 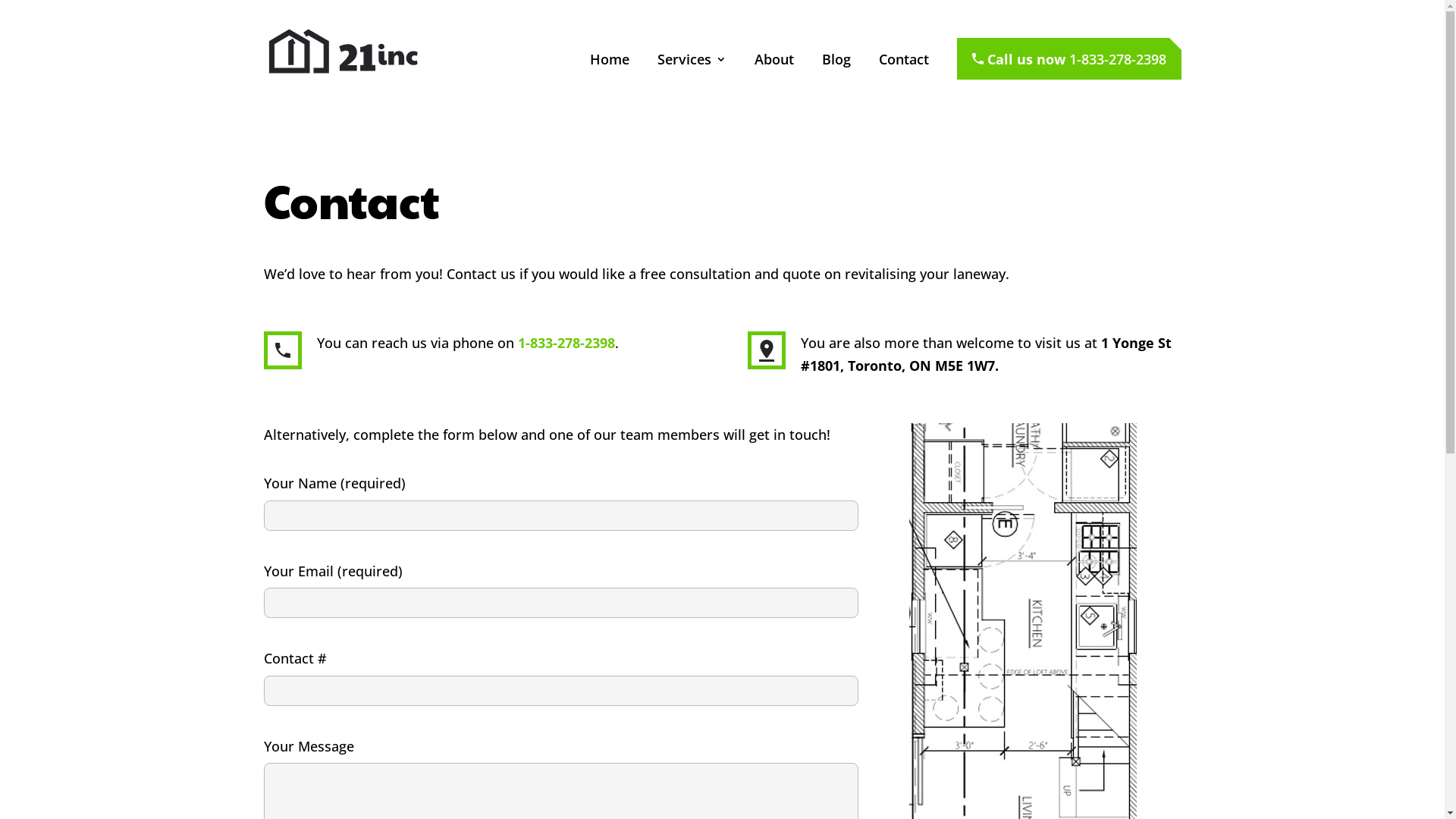 I want to click on 'Call us now 1-833-278-2398', so click(x=1068, y=58).